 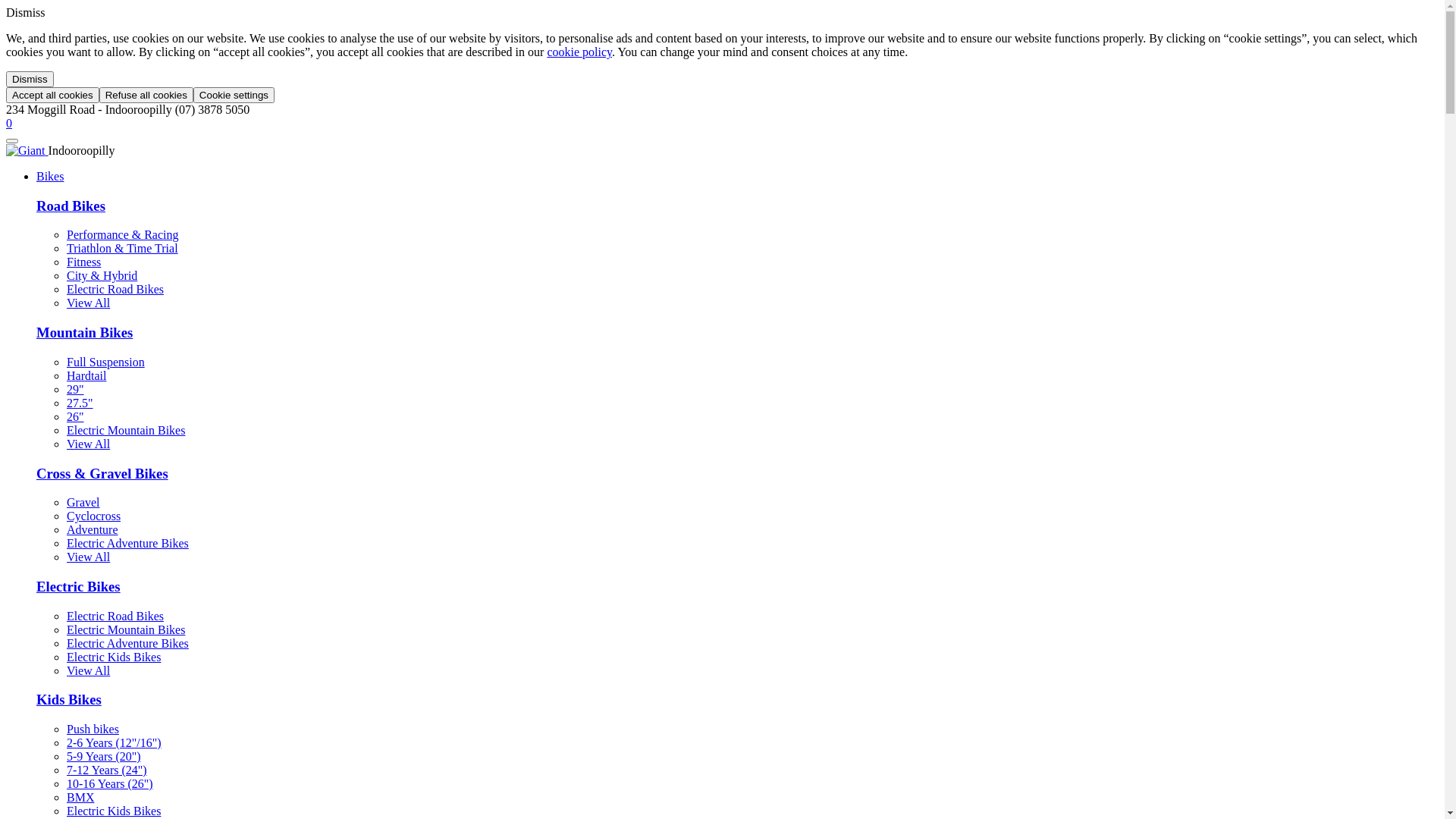 I want to click on 'Dismiss', so click(x=6, y=79).